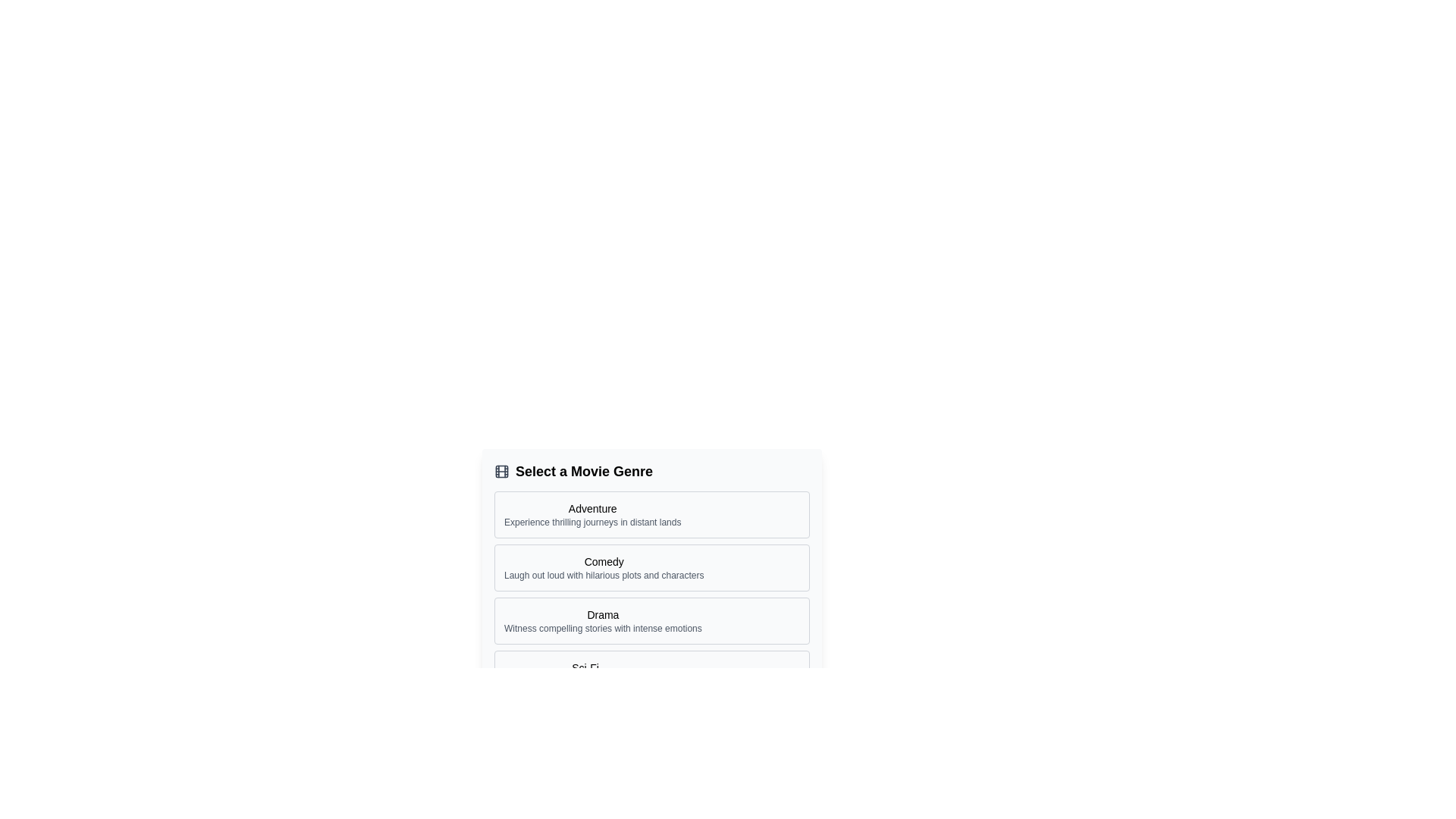  I want to click on the List item containing the bold text 'Sci-Fi' and the smaller gray text 'Explore futuristic and imaginative worlds', which is located within the fourth option of the movie genre selection list, so click(585, 673).